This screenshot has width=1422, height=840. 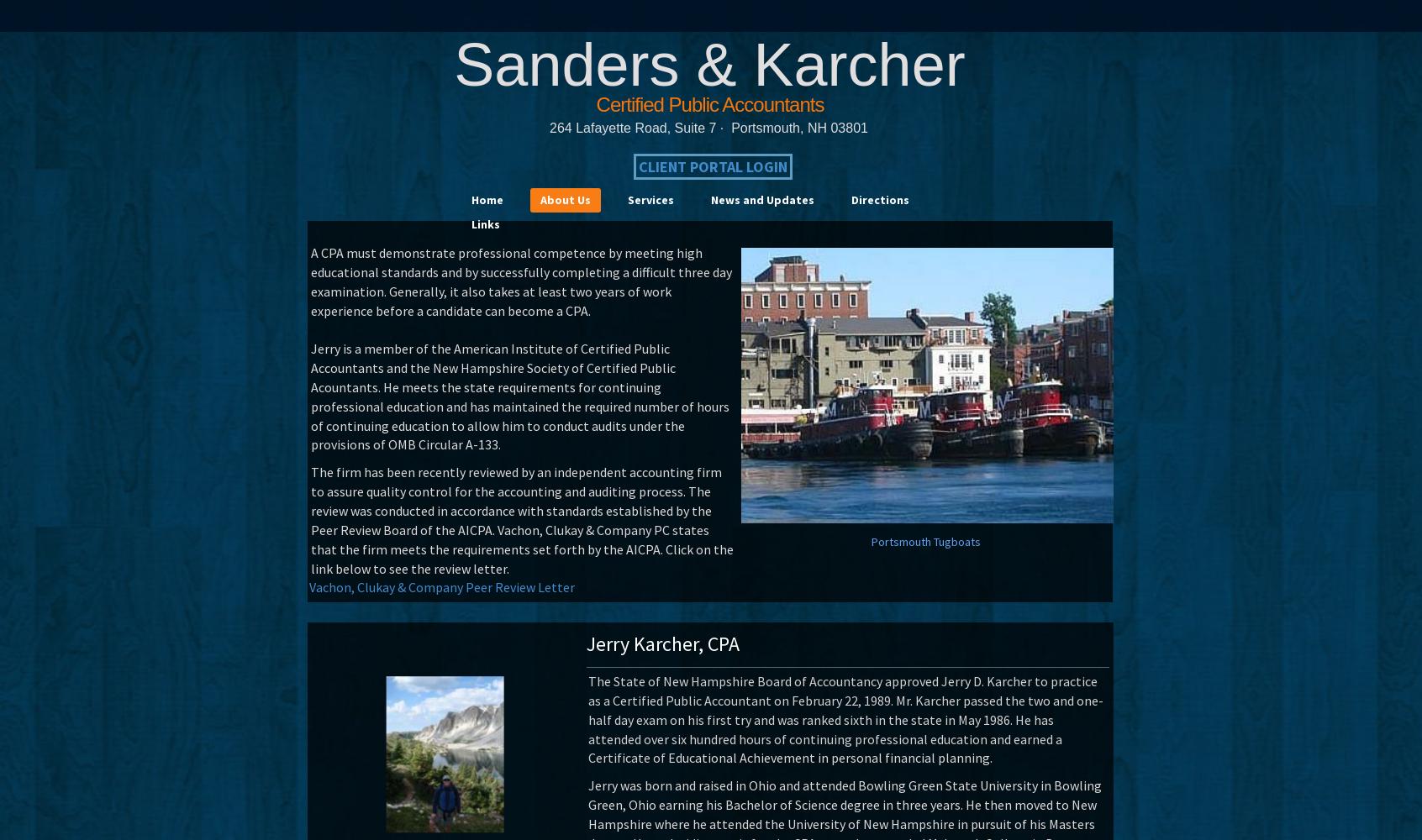 I want to click on 'Directions', so click(x=879, y=199).